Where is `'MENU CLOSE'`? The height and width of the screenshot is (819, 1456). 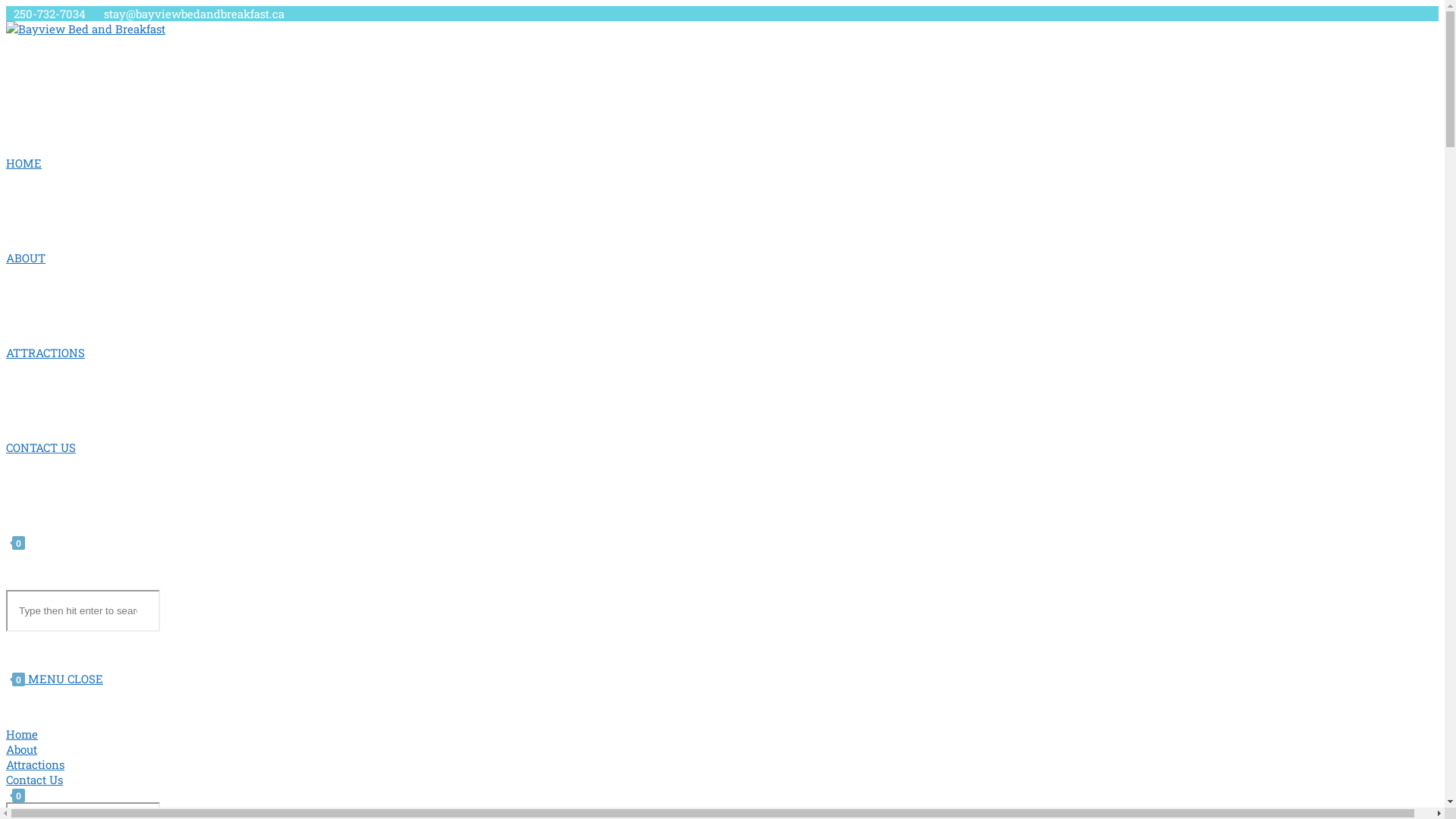 'MENU CLOSE' is located at coordinates (28, 677).